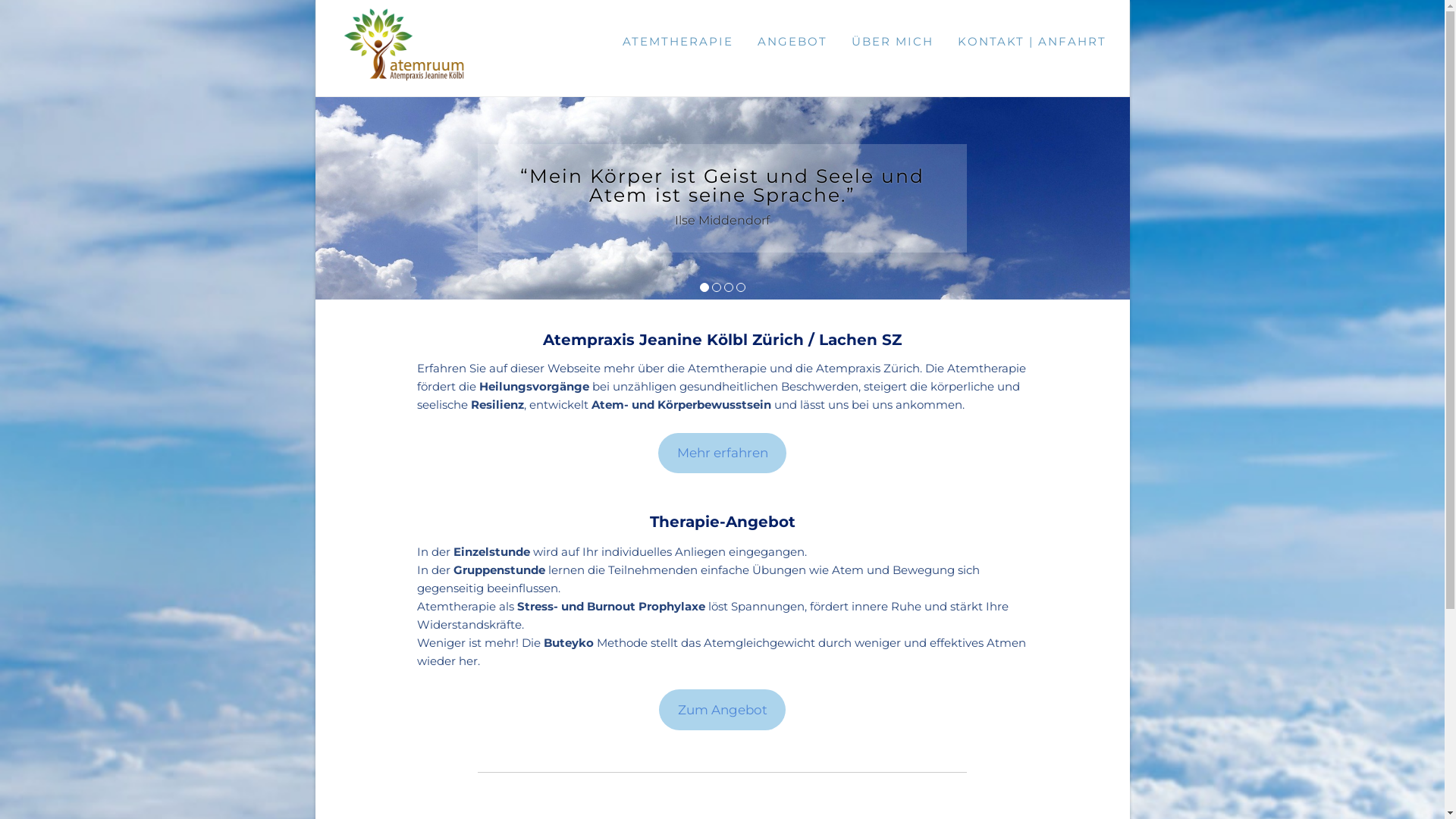  Describe the element at coordinates (739, 288) in the screenshot. I see `'4'` at that location.